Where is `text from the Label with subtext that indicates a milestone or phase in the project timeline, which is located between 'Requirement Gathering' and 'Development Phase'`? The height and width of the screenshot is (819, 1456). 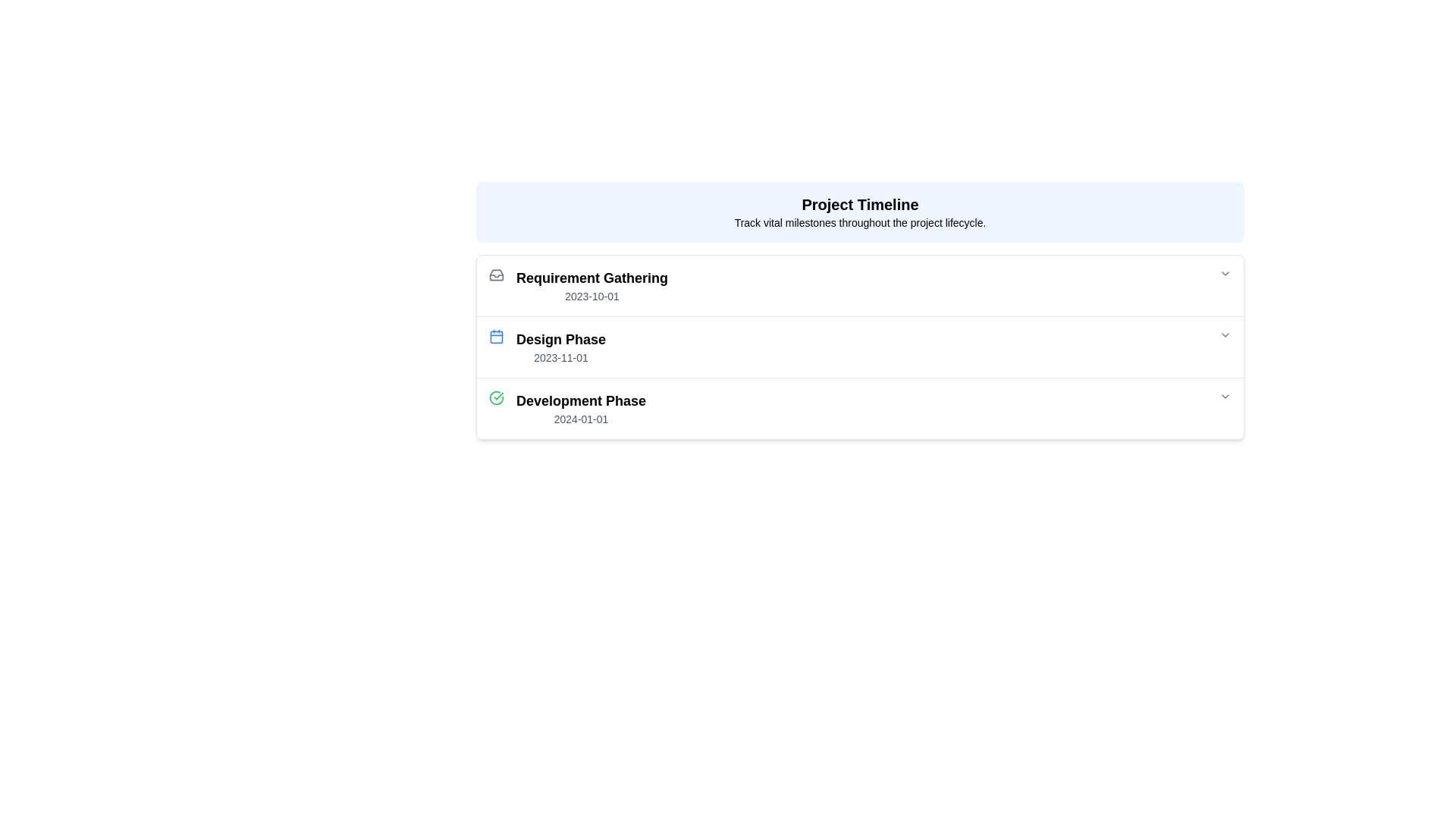
text from the Label with subtext that indicates a milestone or phase in the project timeline, which is located between 'Requirement Gathering' and 'Development Phase' is located at coordinates (560, 347).